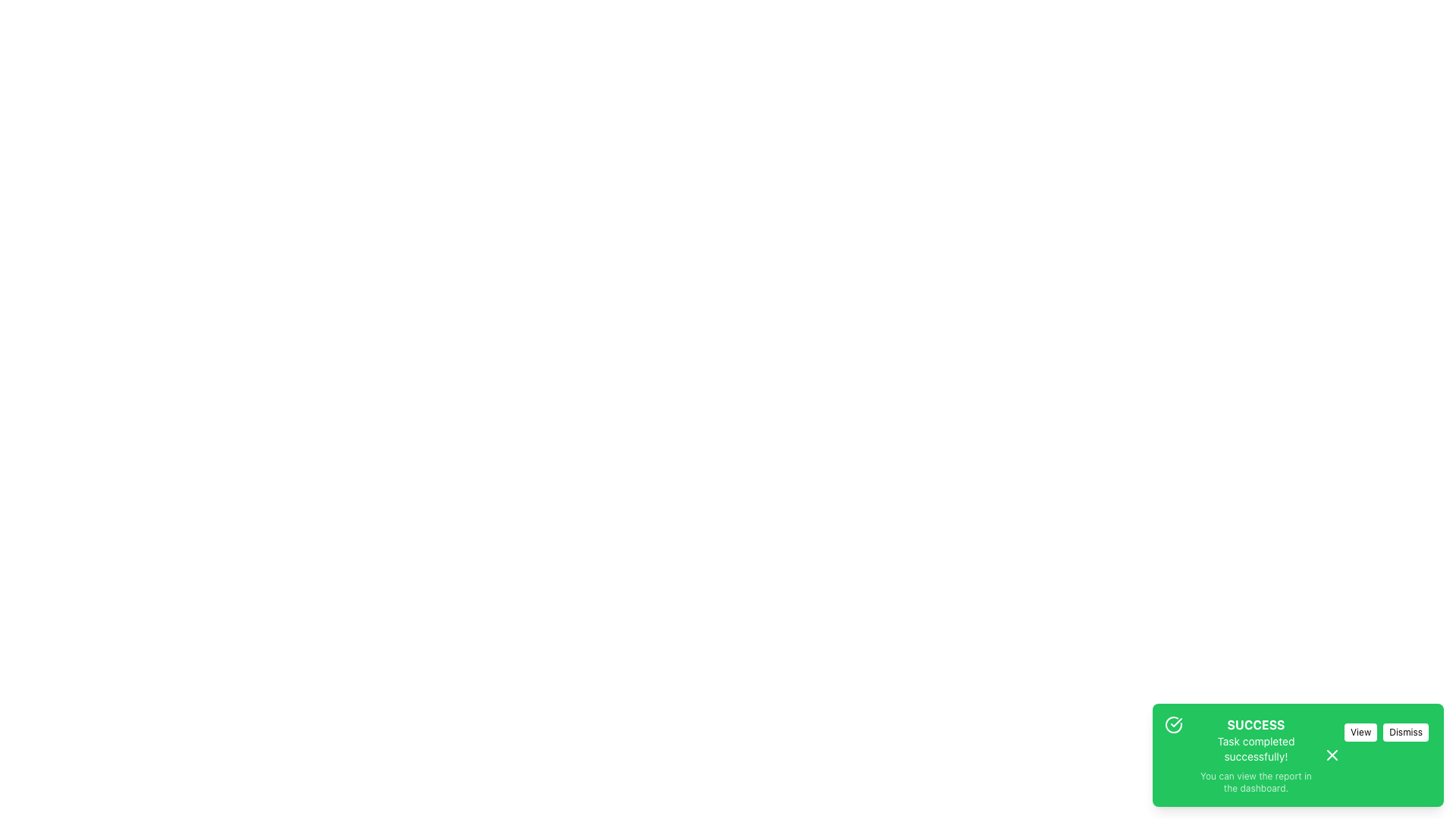  What do you see at coordinates (1405, 731) in the screenshot?
I see `the 'Dismiss' button, a small rectangular button with rounded corners and the text 'Dismiss' in black on a white background, located in the lower-right area of the green notification card` at bounding box center [1405, 731].